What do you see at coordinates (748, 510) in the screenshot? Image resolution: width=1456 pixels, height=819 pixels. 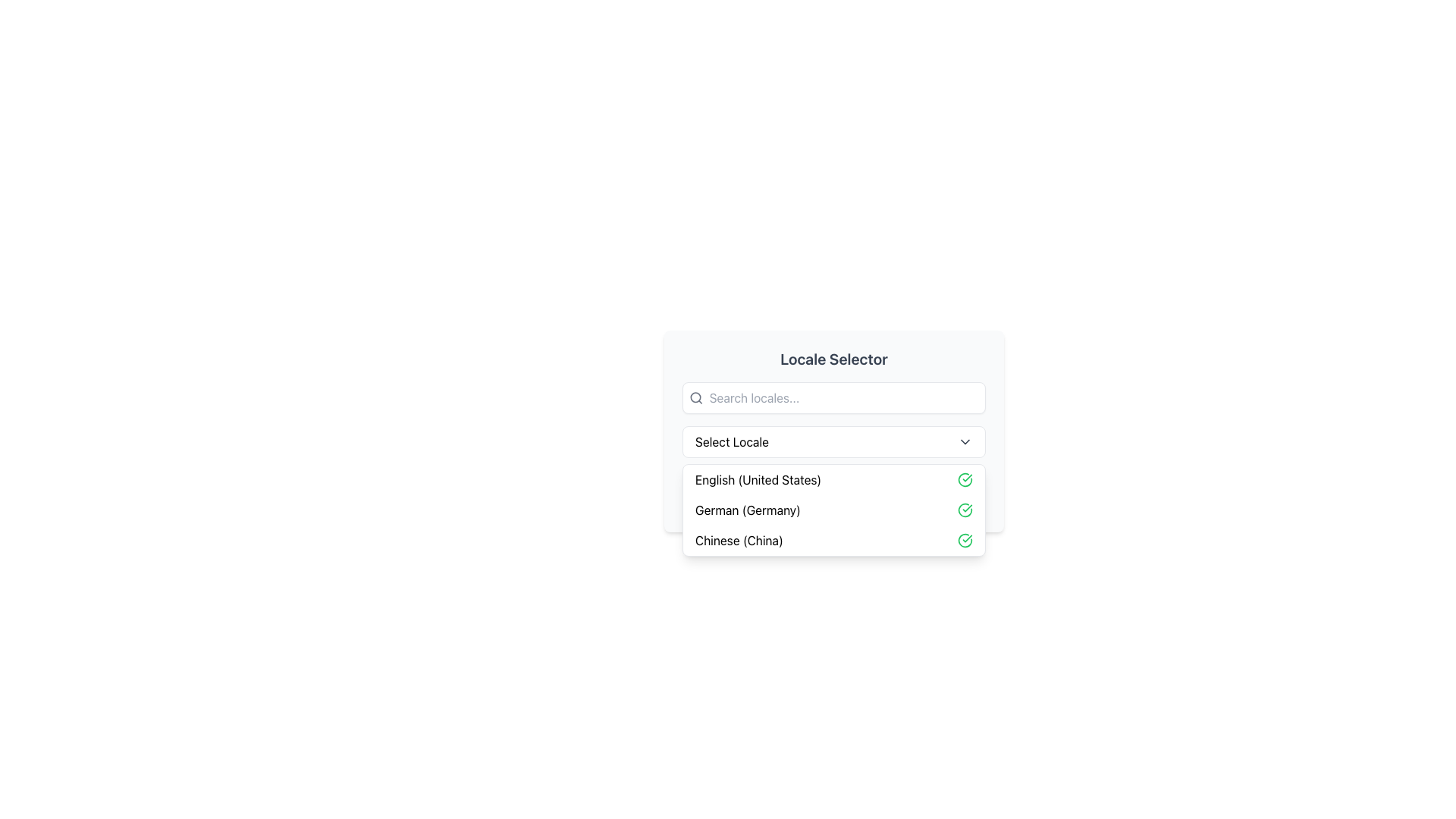 I see `the second option in the locale selection dropdown` at bounding box center [748, 510].